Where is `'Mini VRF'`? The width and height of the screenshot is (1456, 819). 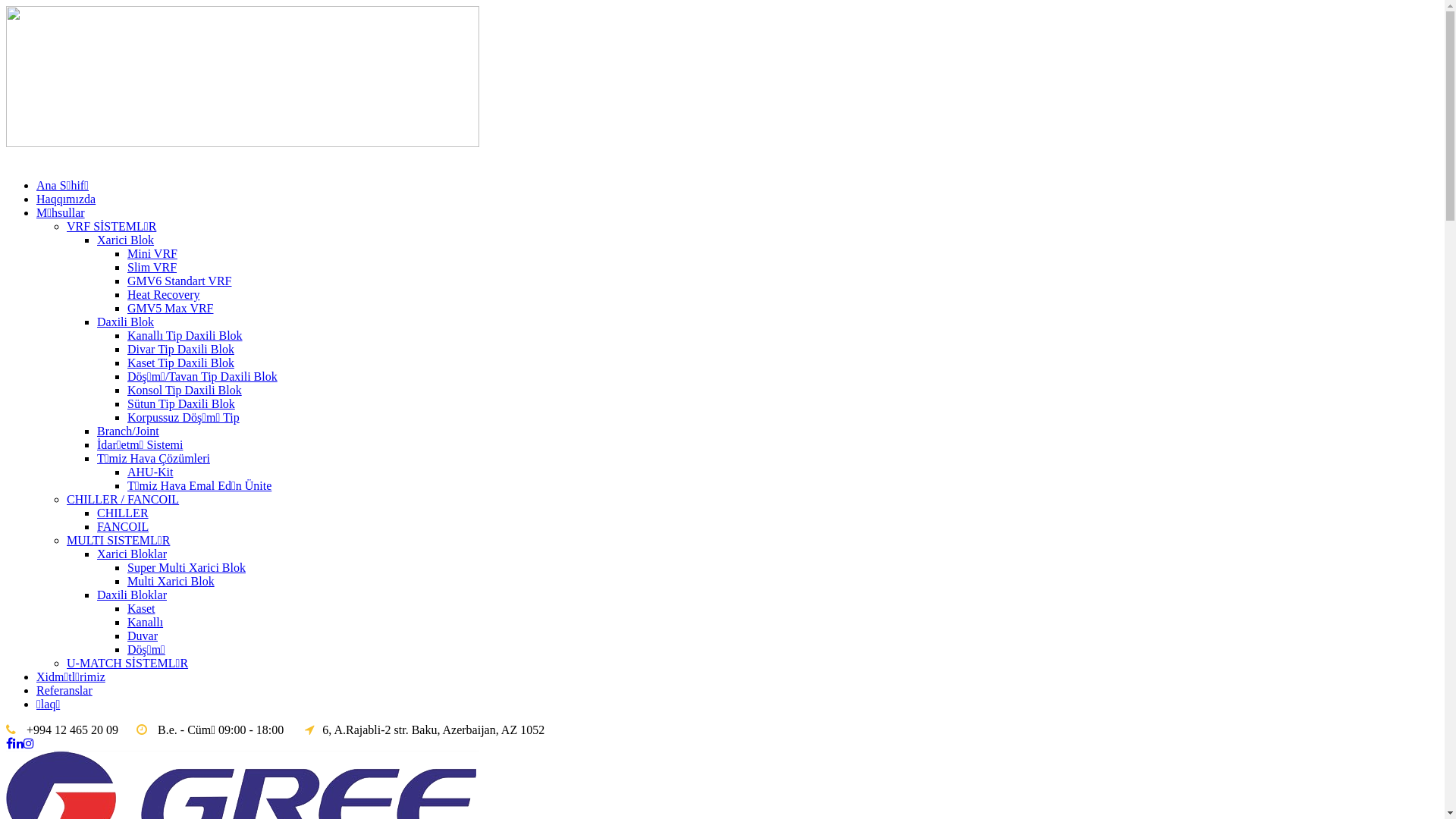
'Mini VRF' is located at coordinates (152, 253).